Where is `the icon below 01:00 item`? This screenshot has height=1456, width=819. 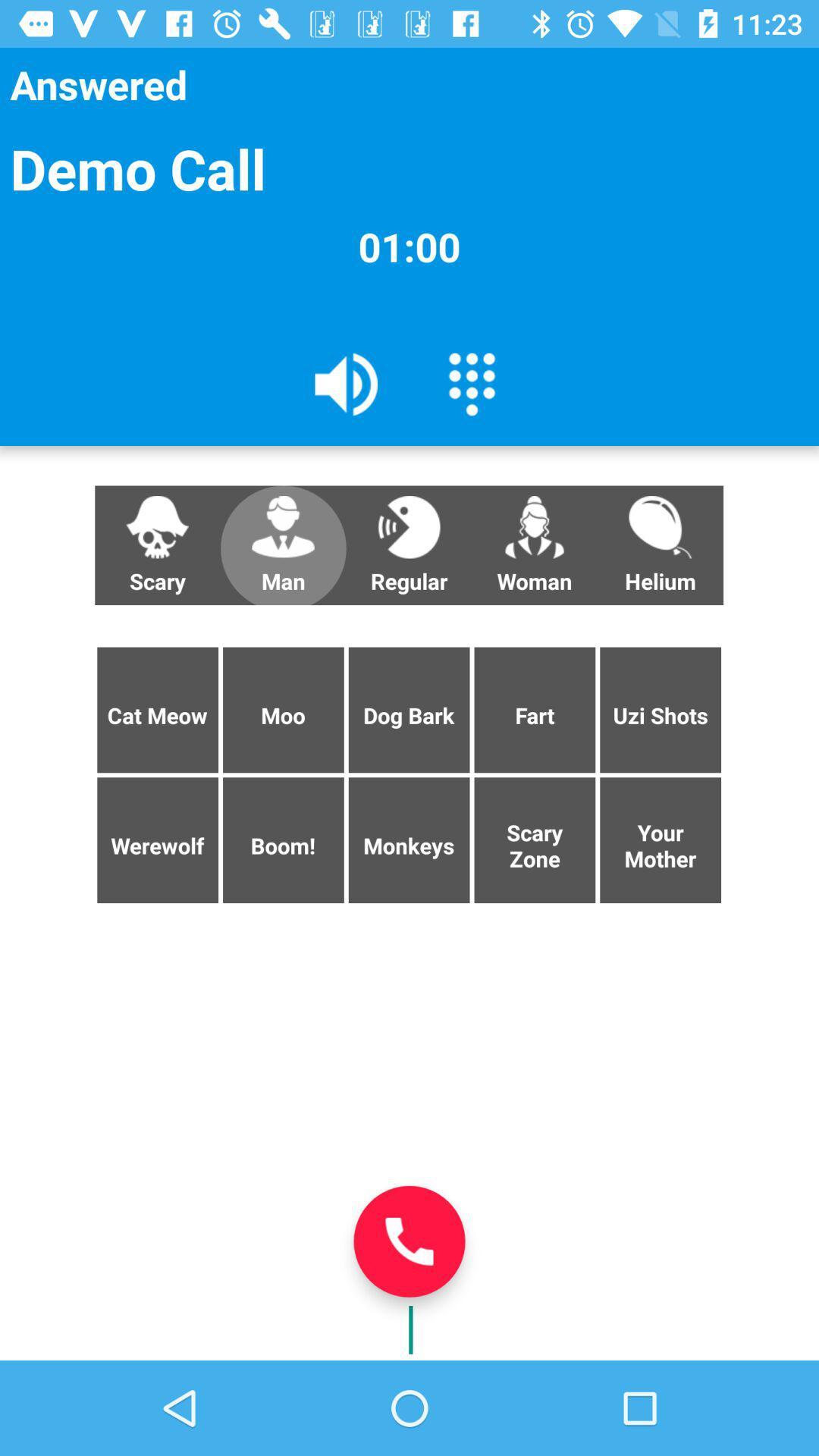
the icon below 01:00 item is located at coordinates (471, 383).